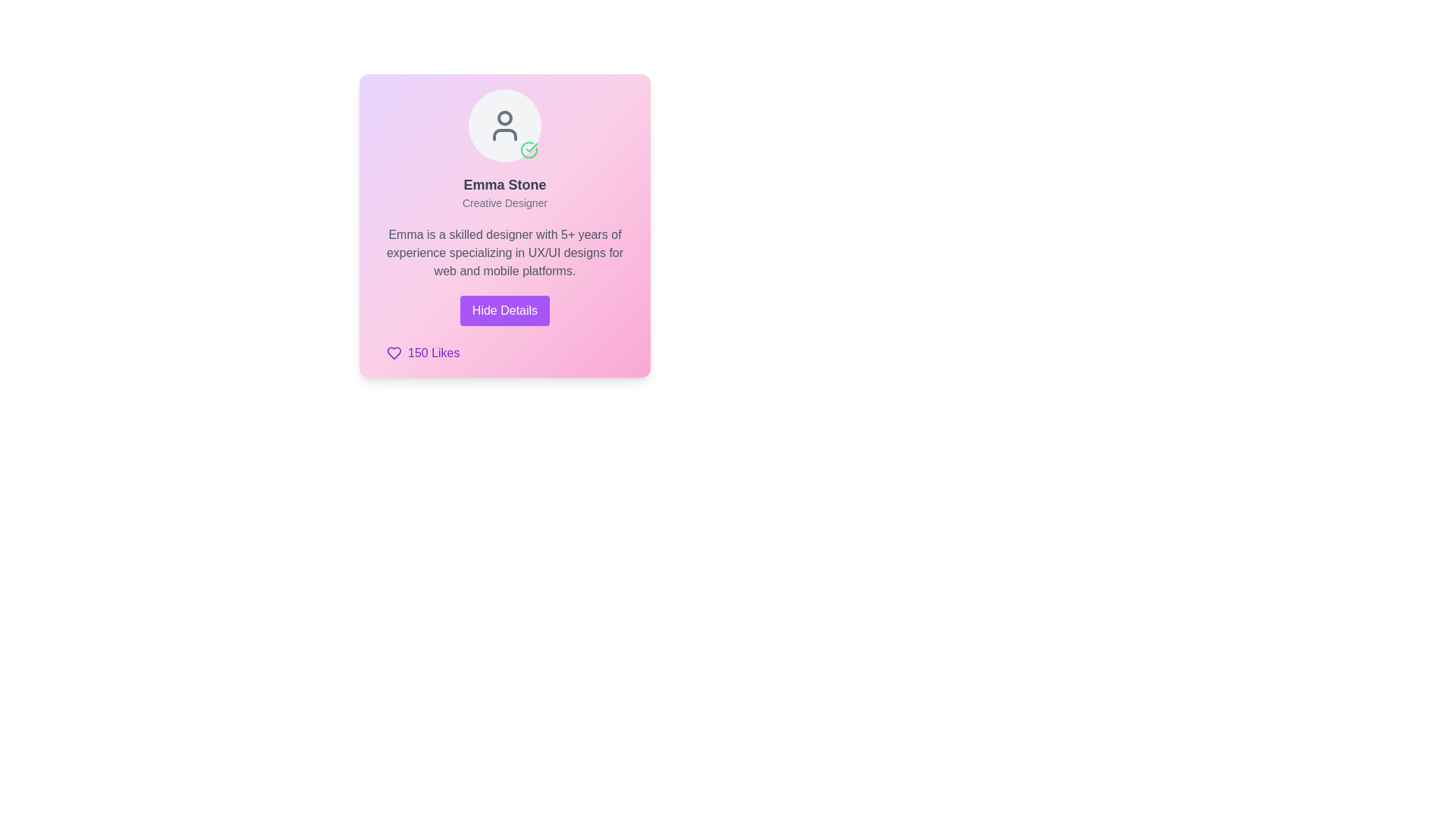 This screenshot has height=819, width=1456. What do you see at coordinates (505, 309) in the screenshot?
I see `the button located centrally within the card component below the descriptive text about Emma Stone` at bounding box center [505, 309].